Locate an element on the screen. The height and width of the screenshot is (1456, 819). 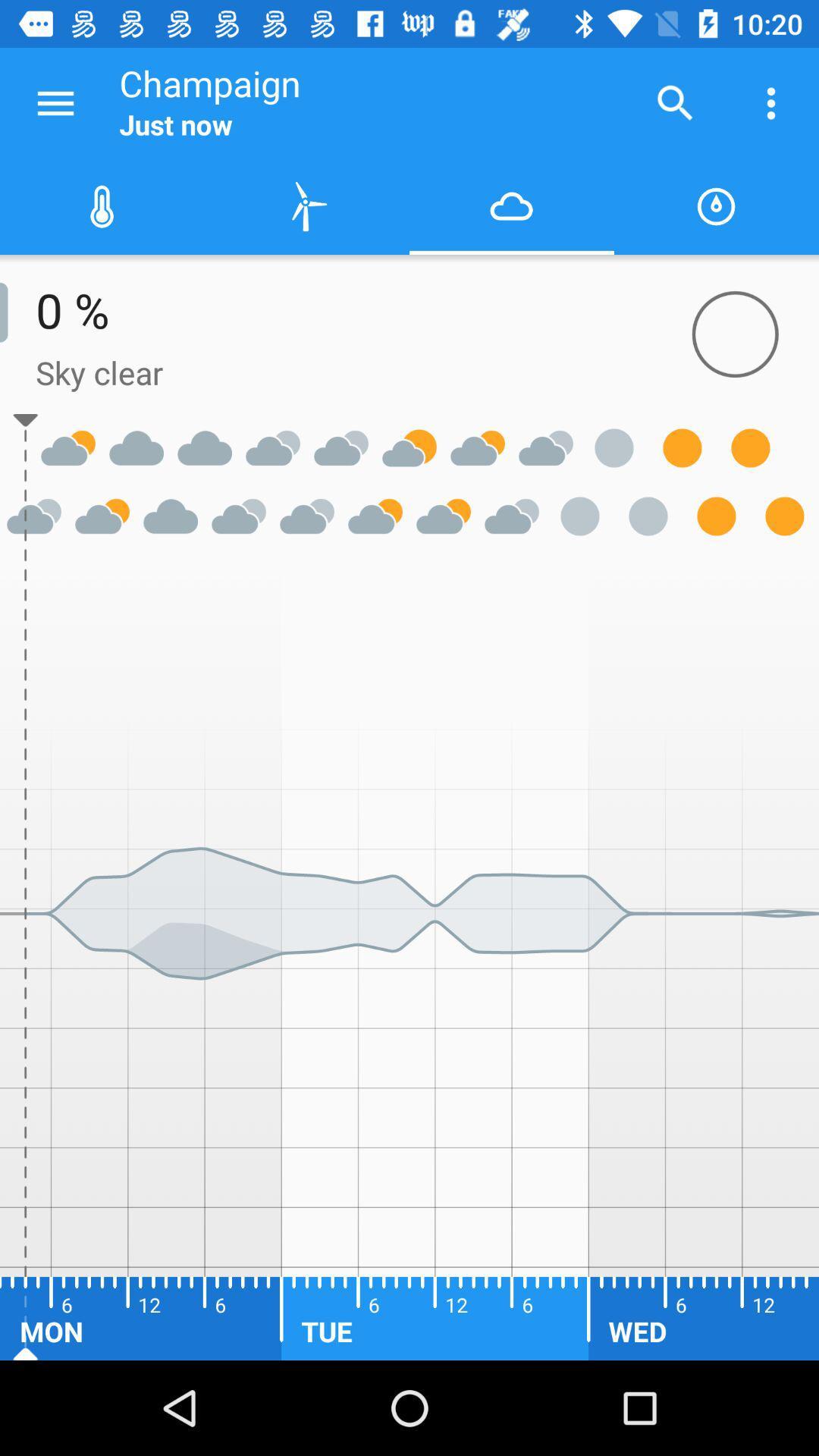
the icon next to champaign item is located at coordinates (55, 102).